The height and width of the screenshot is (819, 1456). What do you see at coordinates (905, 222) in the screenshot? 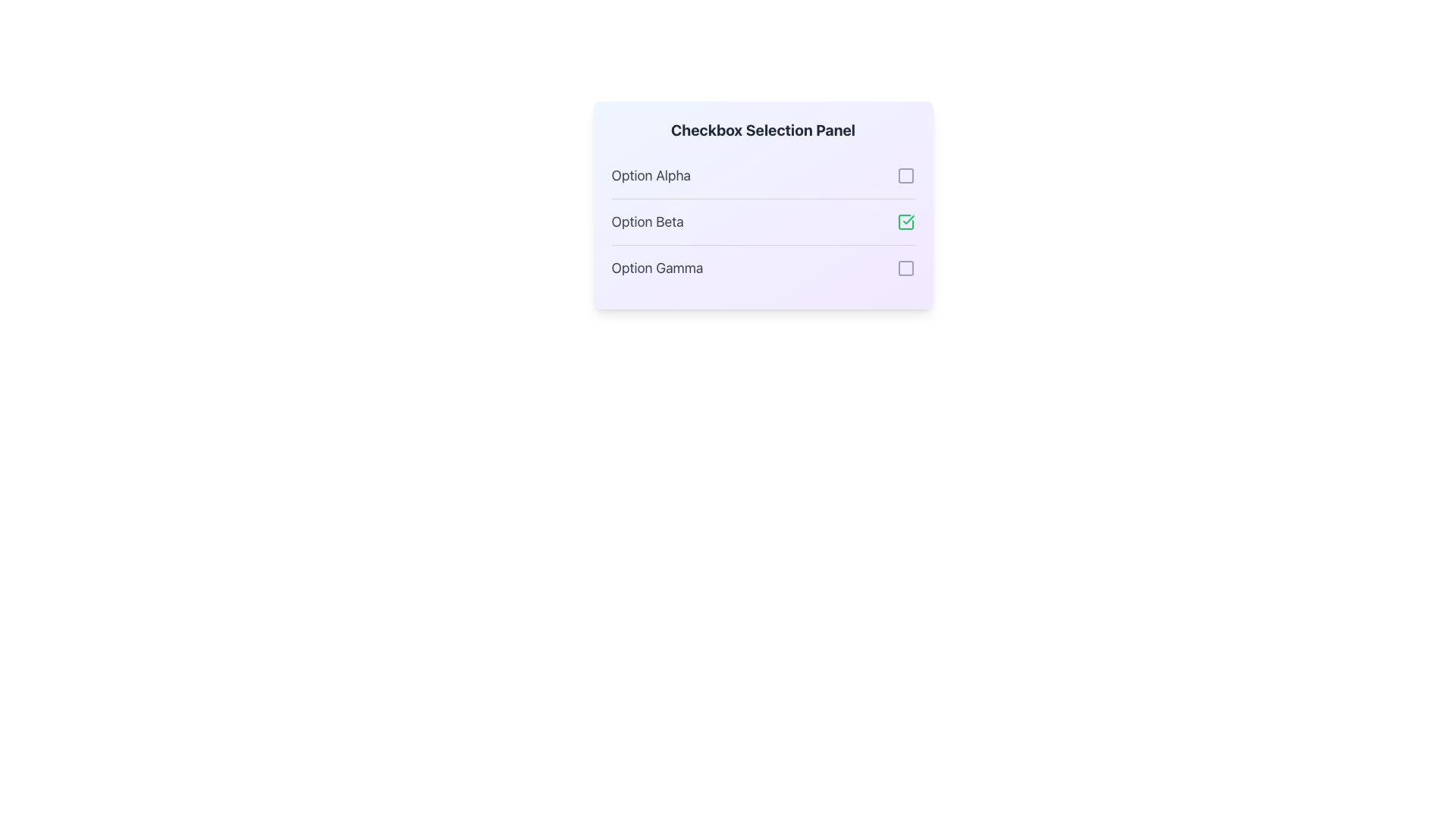
I see `the checkbox to the right of the 'Option Beta' label` at bounding box center [905, 222].